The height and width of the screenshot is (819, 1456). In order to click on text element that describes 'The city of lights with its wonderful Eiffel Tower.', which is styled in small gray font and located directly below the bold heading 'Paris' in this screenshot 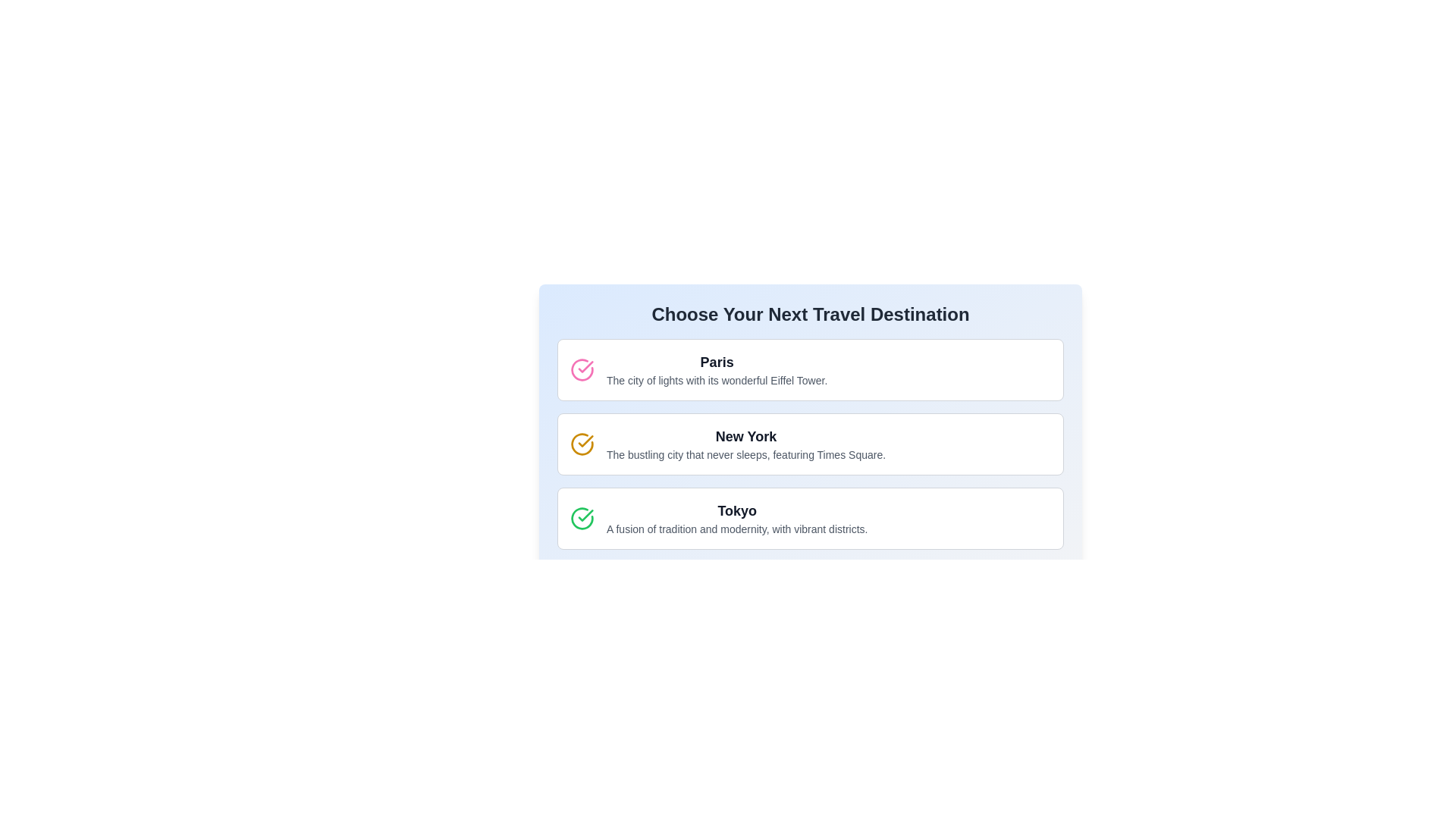, I will do `click(716, 379)`.